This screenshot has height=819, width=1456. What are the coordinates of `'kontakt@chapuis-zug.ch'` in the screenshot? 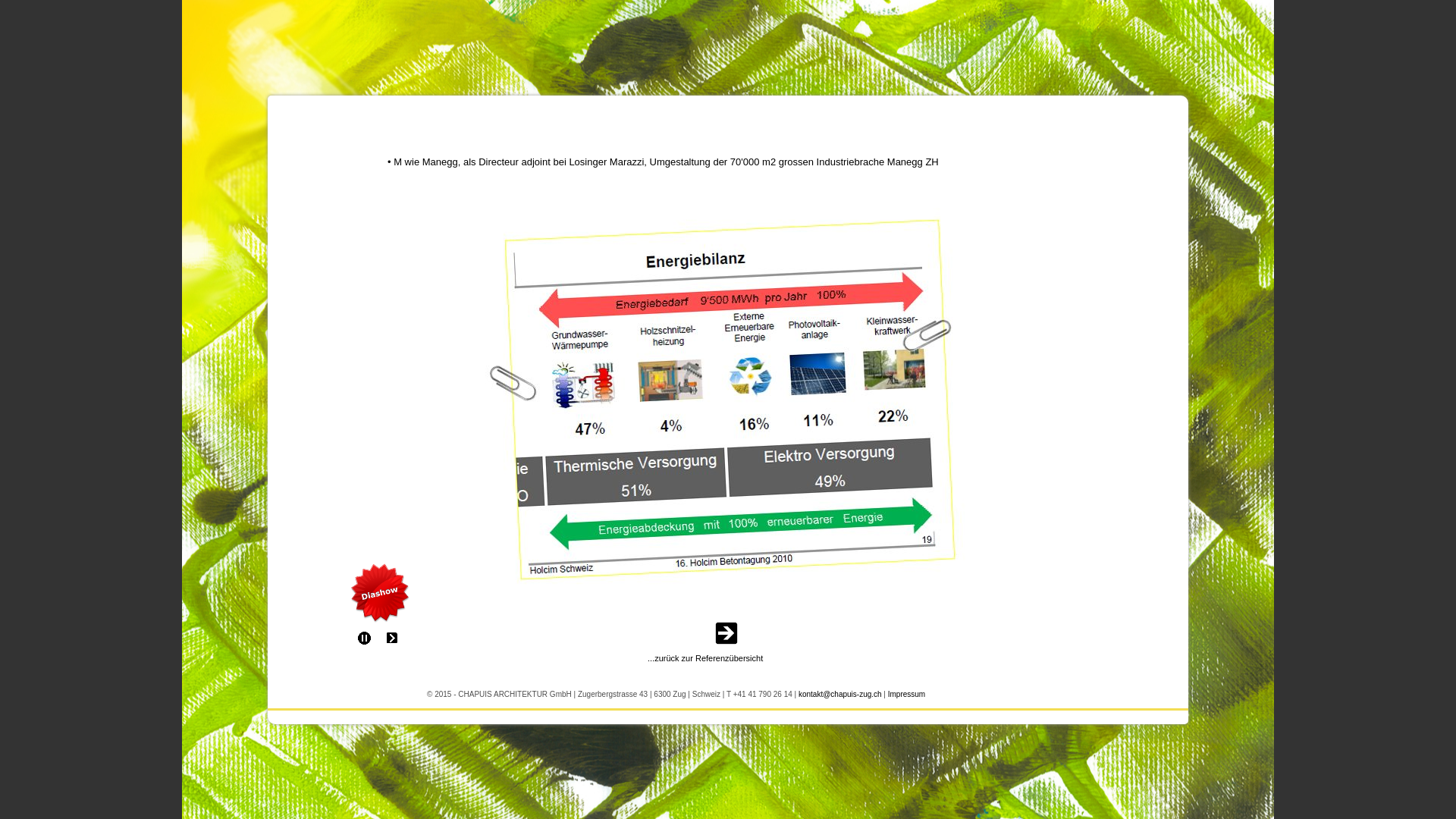 It's located at (839, 692).